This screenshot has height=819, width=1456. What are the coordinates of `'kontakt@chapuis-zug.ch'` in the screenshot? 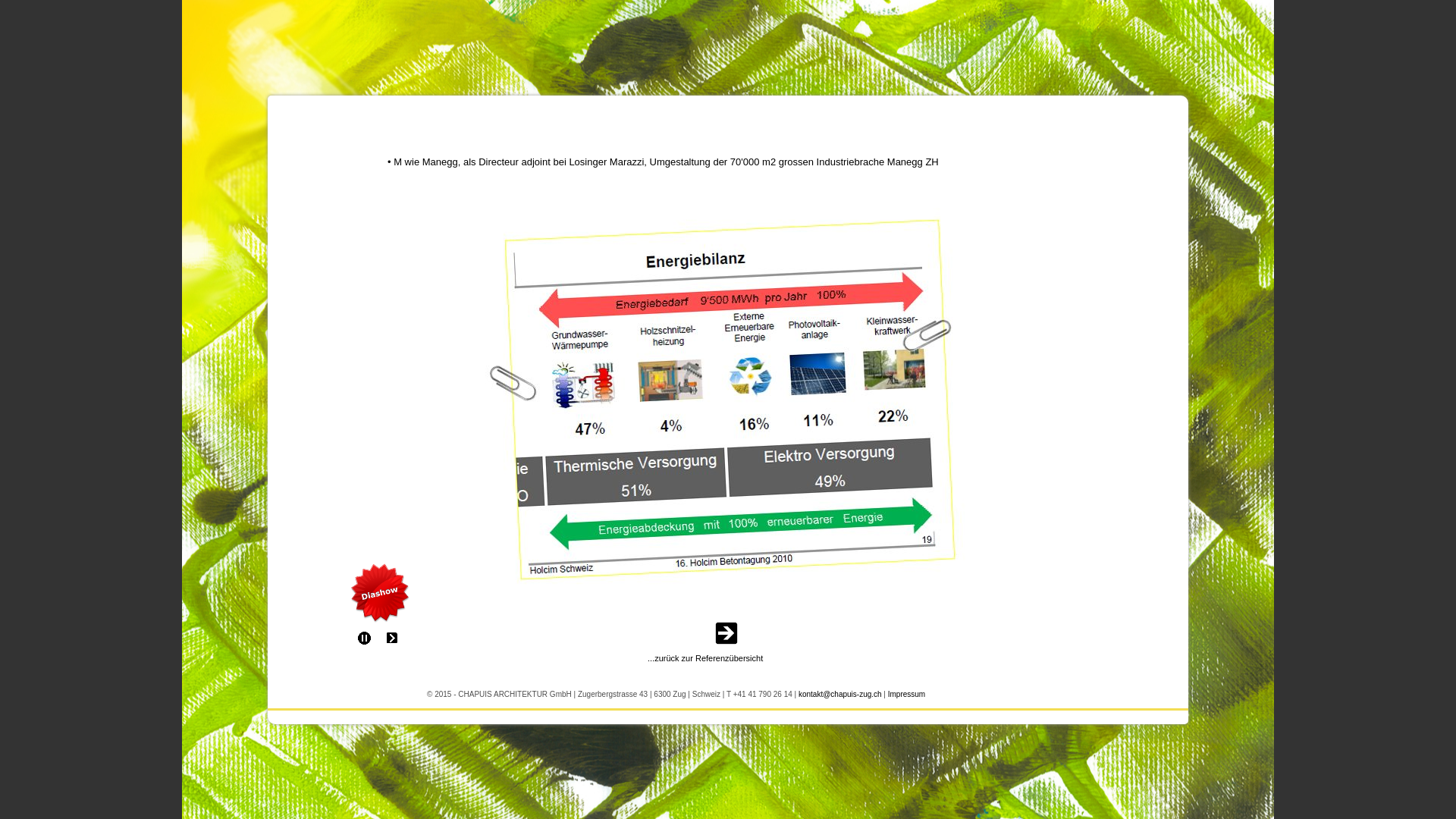 It's located at (839, 692).